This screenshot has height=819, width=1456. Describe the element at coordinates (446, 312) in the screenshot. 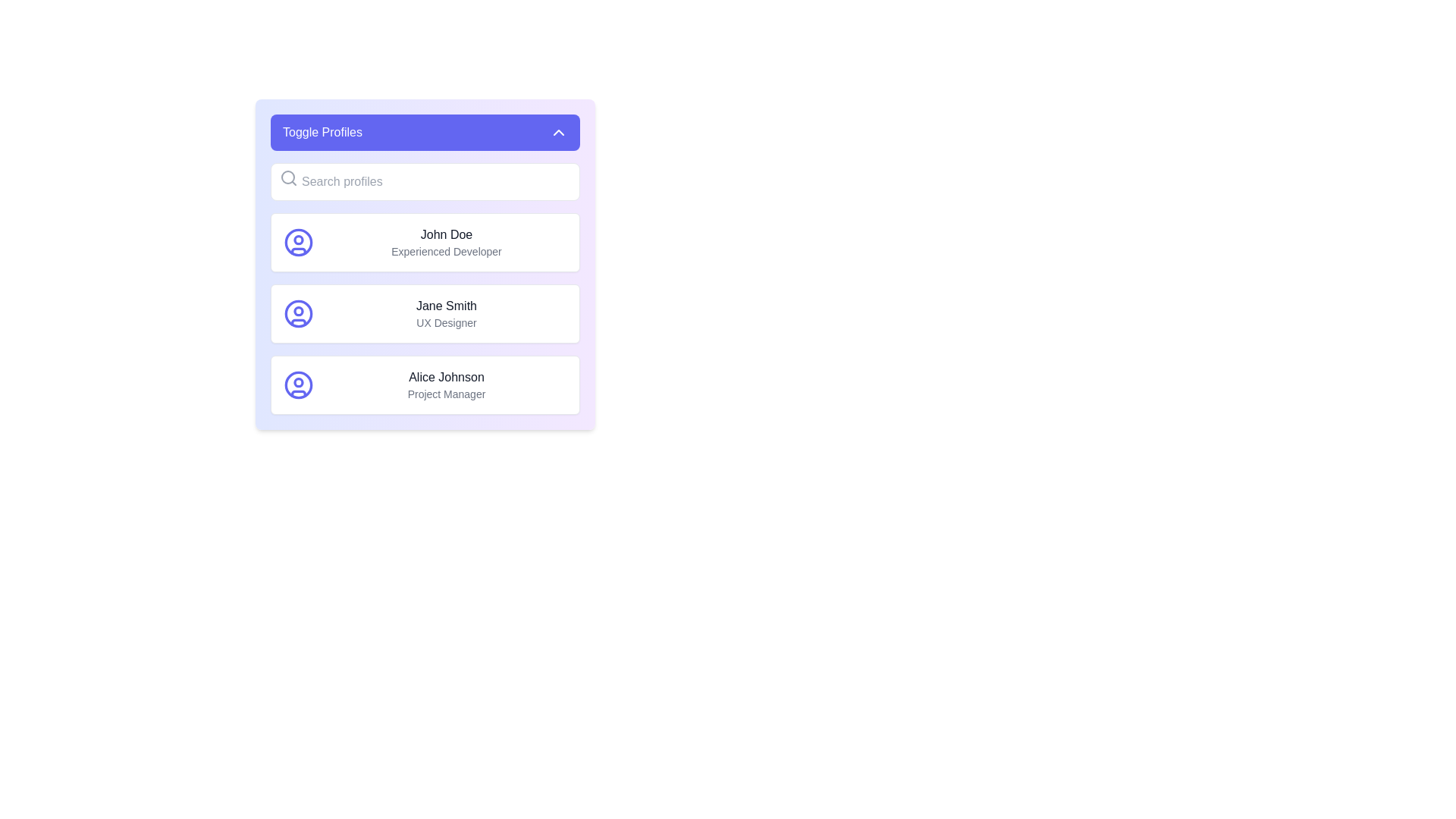

I see `the text label displaying 'Jane Smith' and 'UX Designer' located in the middle card of the profile cards list` at that location.